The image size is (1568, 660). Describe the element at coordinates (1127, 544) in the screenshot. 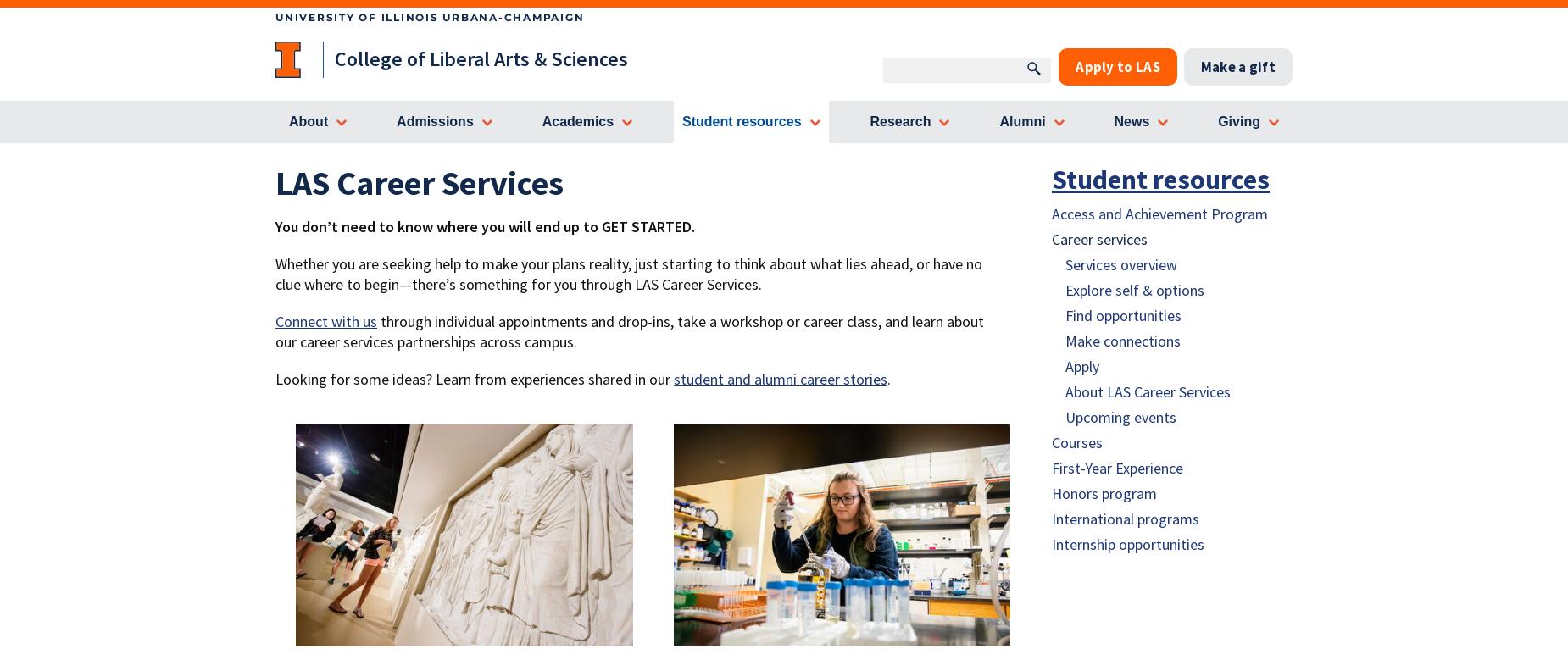

I see `'Internship opportunities'` at that location.